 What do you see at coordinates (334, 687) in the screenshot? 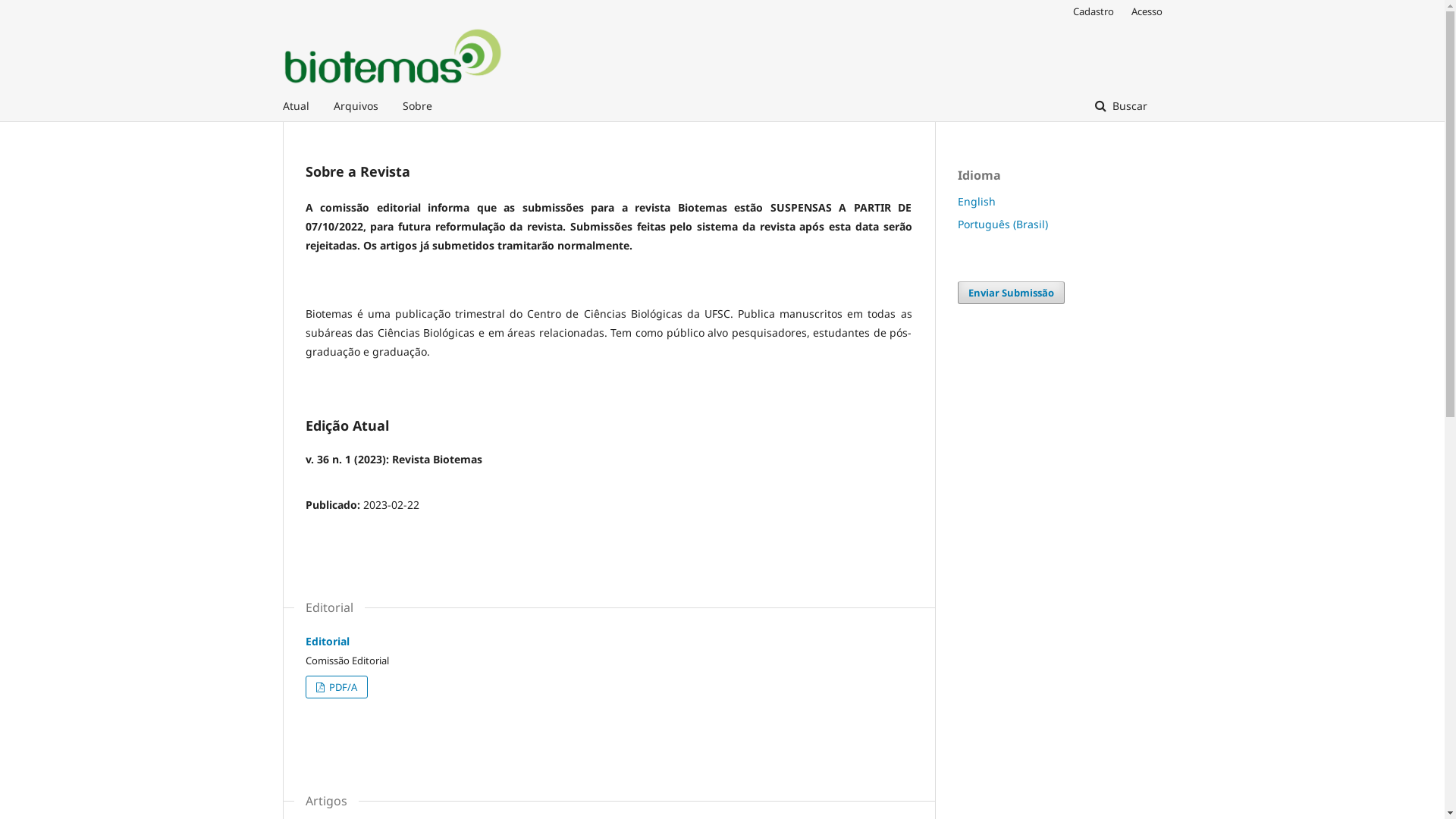
I see `'PDF/A'` at bounding box center [334, 687].